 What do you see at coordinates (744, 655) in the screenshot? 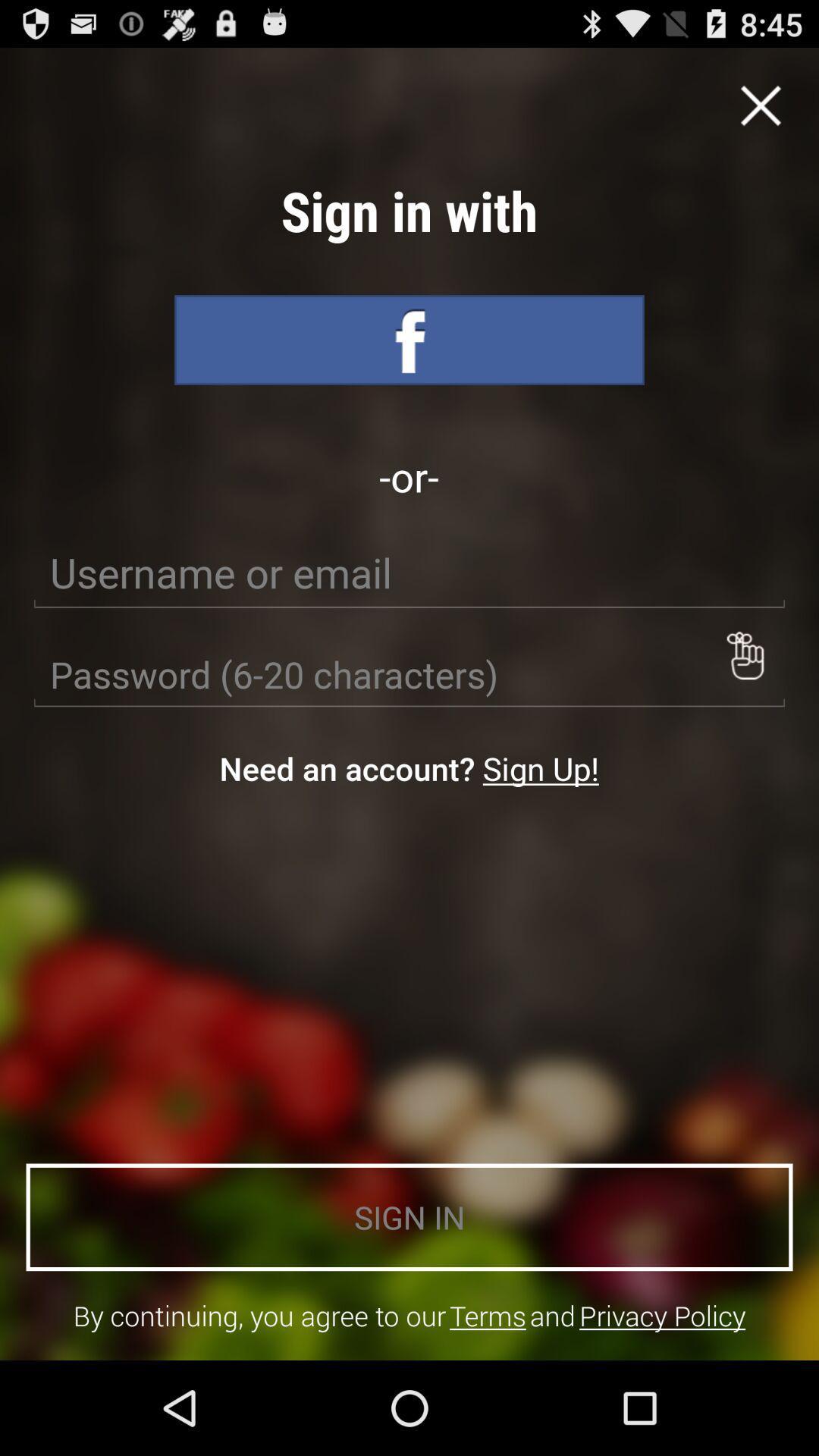
I see `icon on the right` at bounding box center [744, 655].